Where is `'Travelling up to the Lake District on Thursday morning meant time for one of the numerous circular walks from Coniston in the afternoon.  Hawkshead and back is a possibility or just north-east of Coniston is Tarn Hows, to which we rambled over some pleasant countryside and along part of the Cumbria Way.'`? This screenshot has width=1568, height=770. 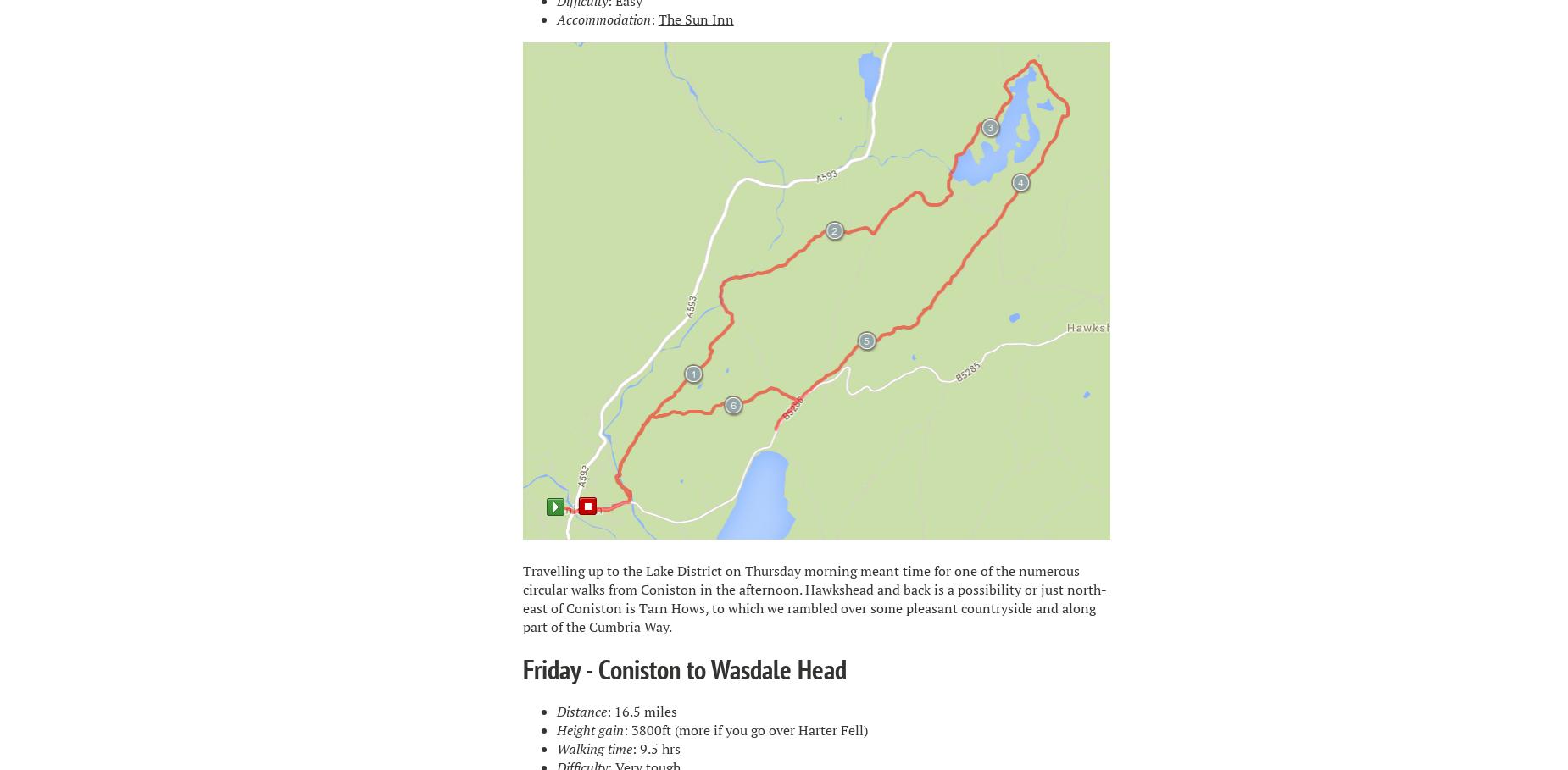 'Travelling up to the Lake District on Thursday morning meant time for one of the numerous circular walks from Coniston in the afternoon.  Hawkshead and back is a possibility or just north-east of Coniston is Tarn Hows, to which we rambled over some pleasant countryside and along part of the Cumbria Way.' is located at coordinates (813, 597).